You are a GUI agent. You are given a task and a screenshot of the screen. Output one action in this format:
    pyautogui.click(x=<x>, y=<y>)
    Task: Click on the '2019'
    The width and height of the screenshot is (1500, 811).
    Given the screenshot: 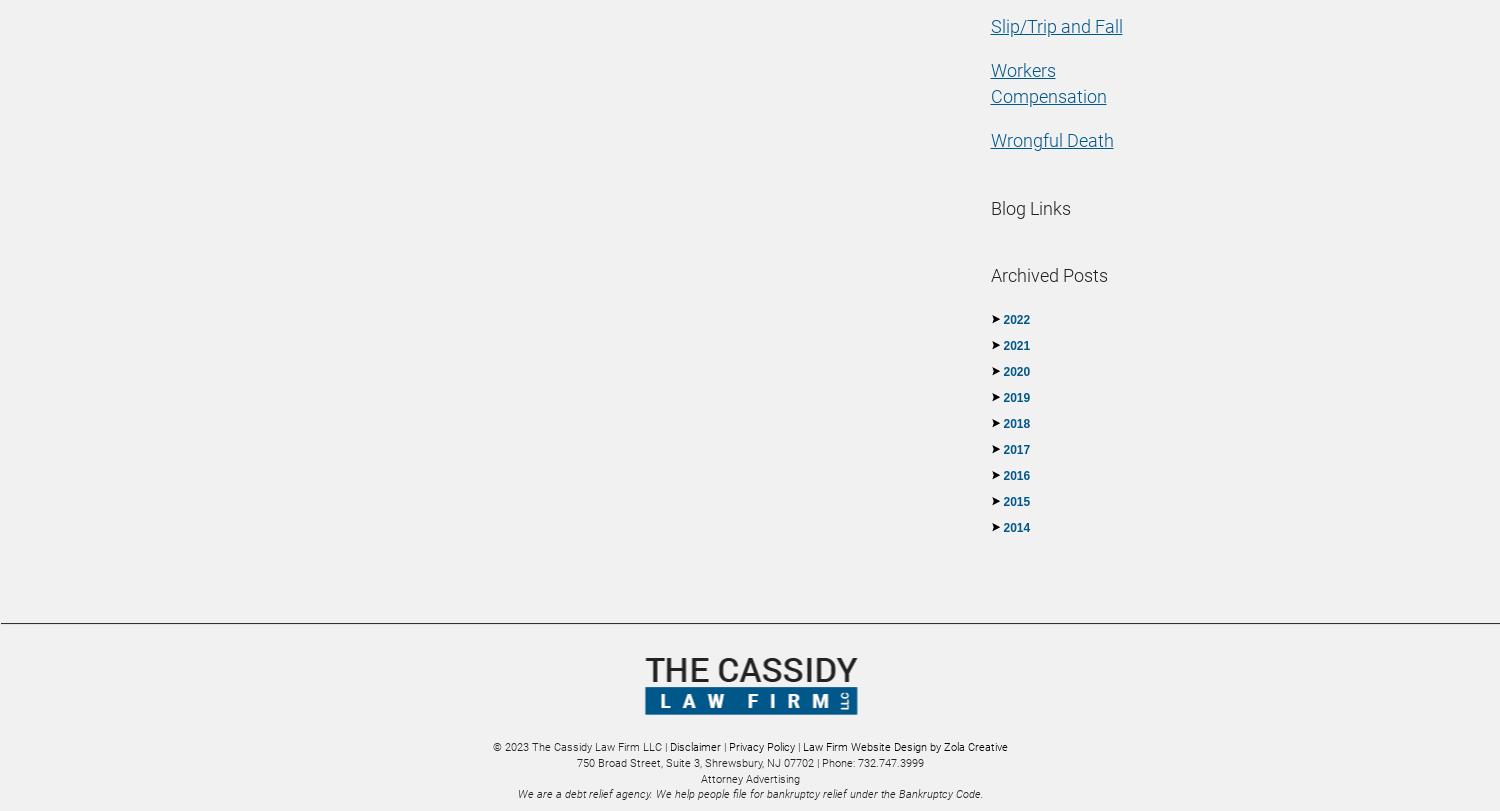 What is the action you would take?
    pyautogui.click(x=1016, y=398)
    